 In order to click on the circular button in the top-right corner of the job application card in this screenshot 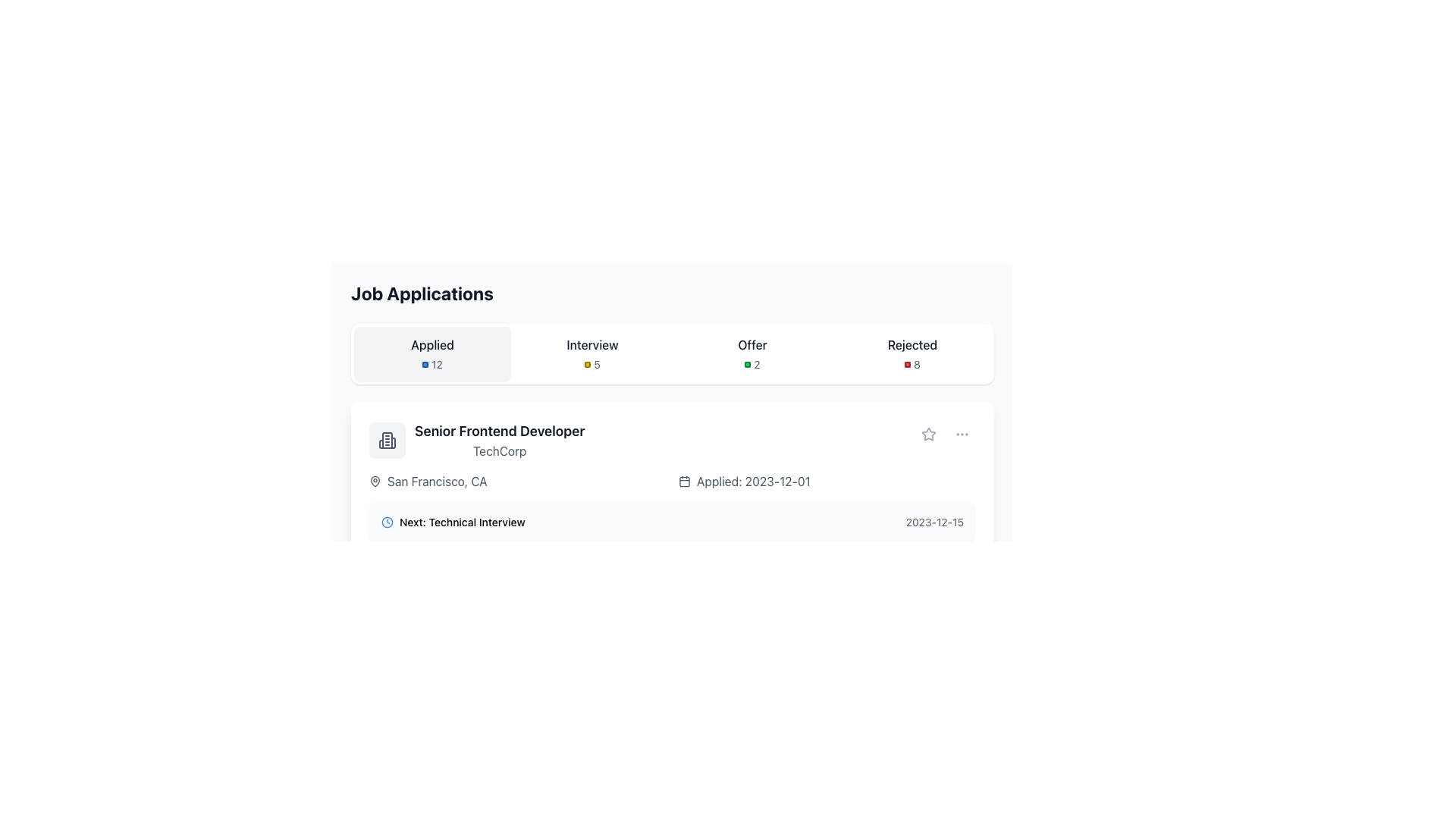, I will do `click(961, 435)`.